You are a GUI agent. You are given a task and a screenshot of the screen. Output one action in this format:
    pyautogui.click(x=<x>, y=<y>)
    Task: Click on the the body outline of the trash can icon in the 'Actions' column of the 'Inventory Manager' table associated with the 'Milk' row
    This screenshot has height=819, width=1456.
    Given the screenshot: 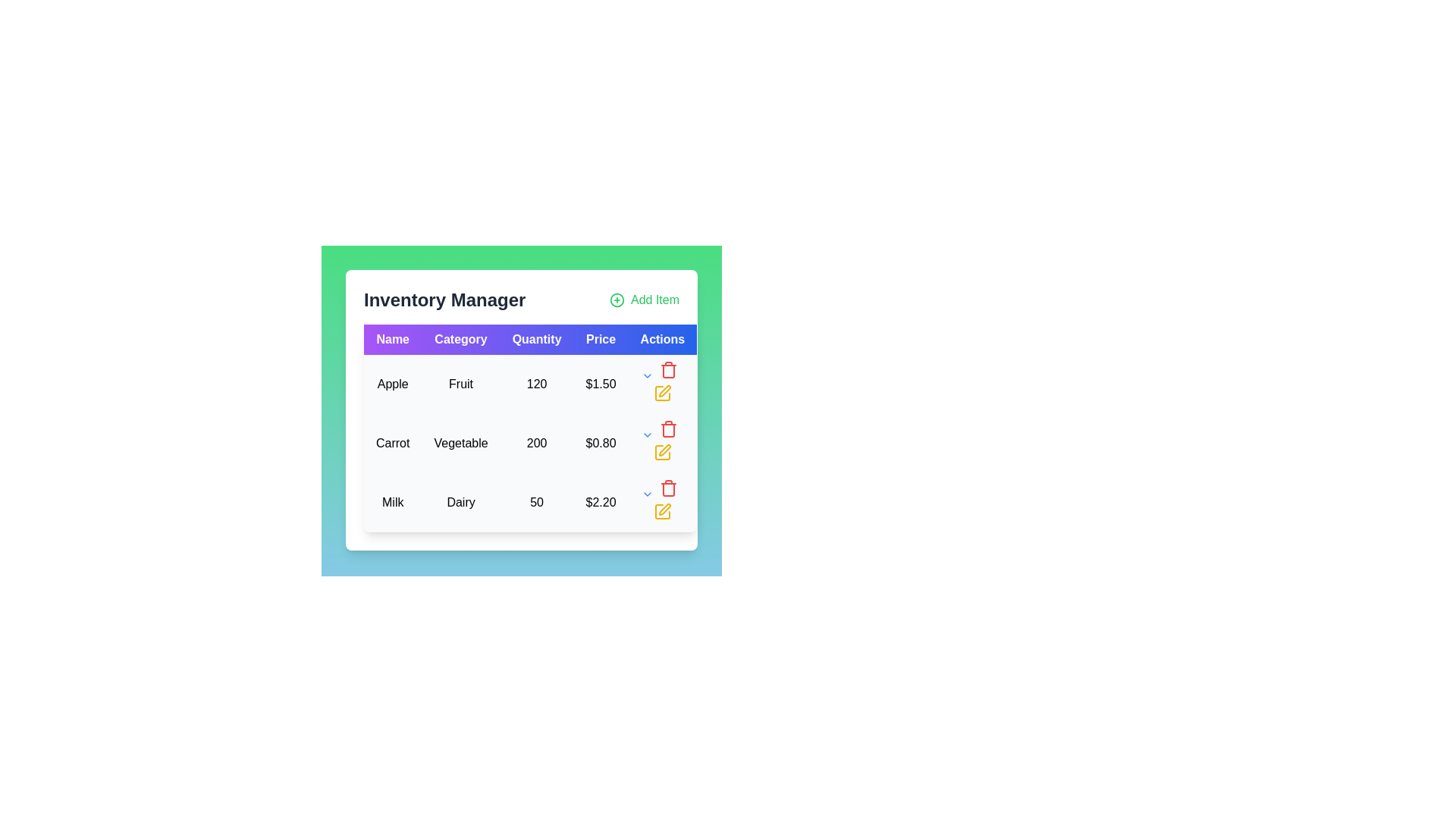 What is the action you would take?
    pyautogui.click(x=667, y=489)
    